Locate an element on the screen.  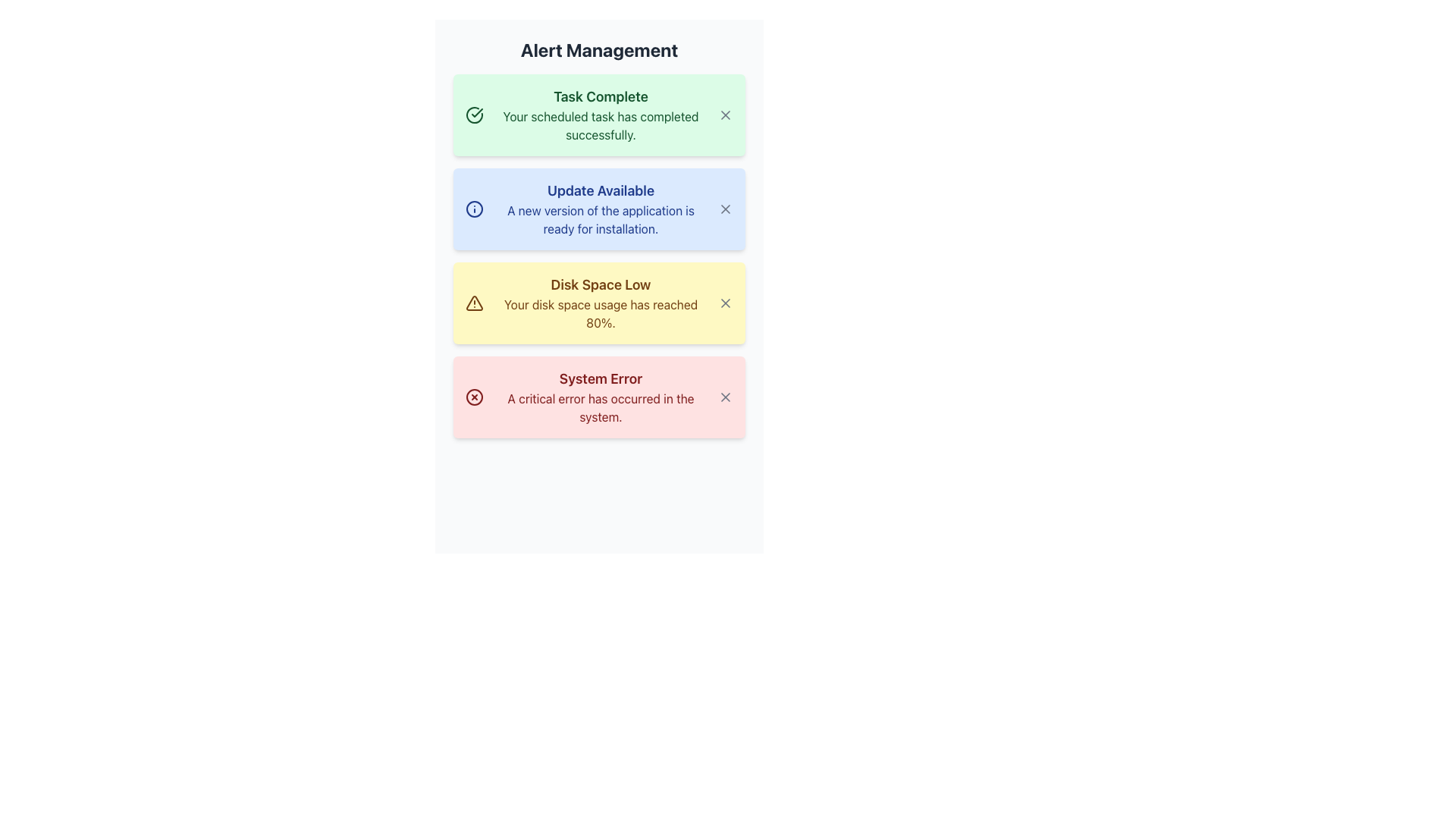
the circular information icon with a blue outline located in the notification card titled 'Update Available' by moving the cursor to its center is located at coordinates (473, 209).